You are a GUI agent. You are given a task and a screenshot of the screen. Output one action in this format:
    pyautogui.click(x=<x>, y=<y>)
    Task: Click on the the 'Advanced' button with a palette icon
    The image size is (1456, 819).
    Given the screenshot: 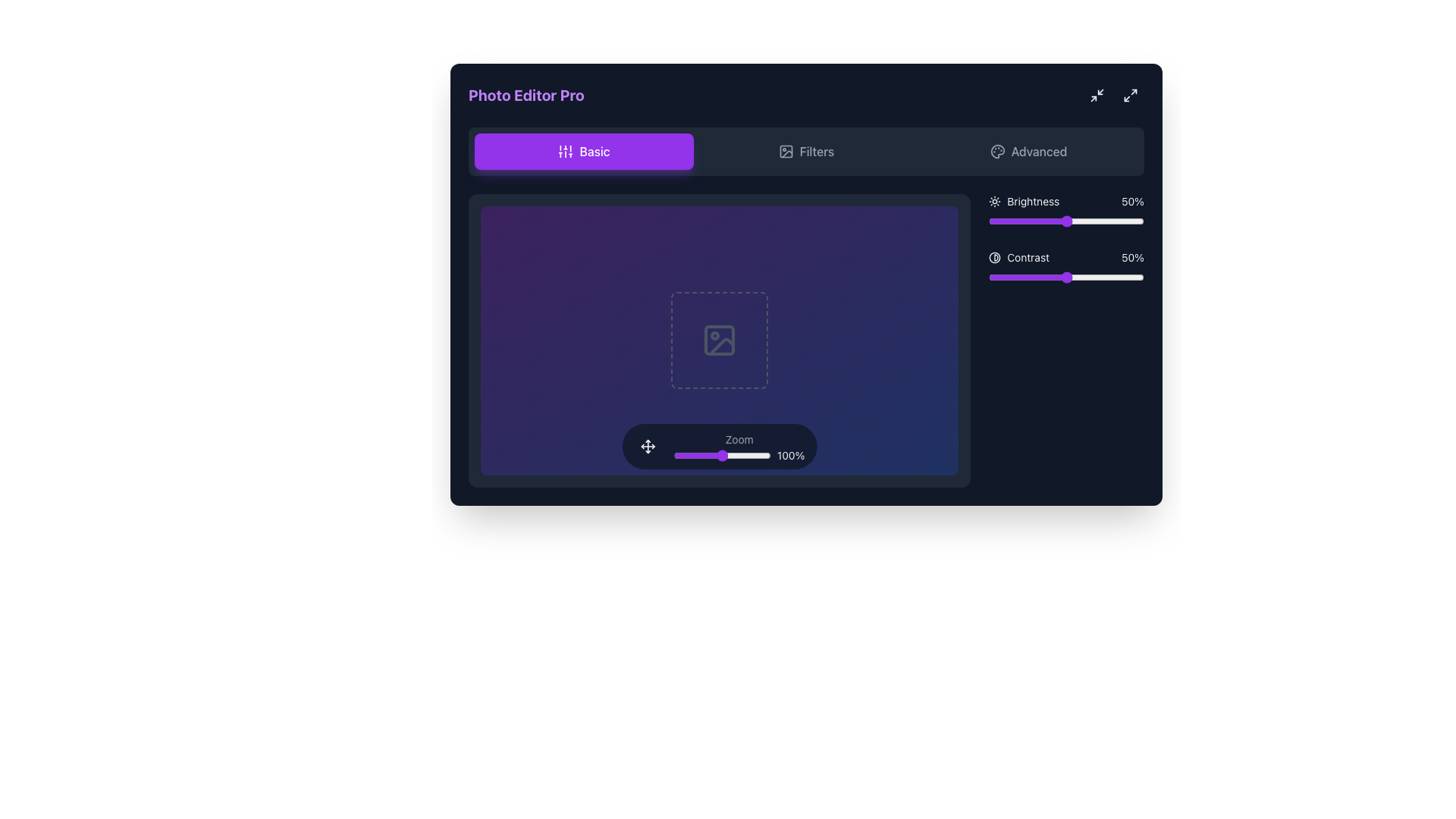 What is the action you would take?
    pyautogui.click(x=1028, y=152)
    